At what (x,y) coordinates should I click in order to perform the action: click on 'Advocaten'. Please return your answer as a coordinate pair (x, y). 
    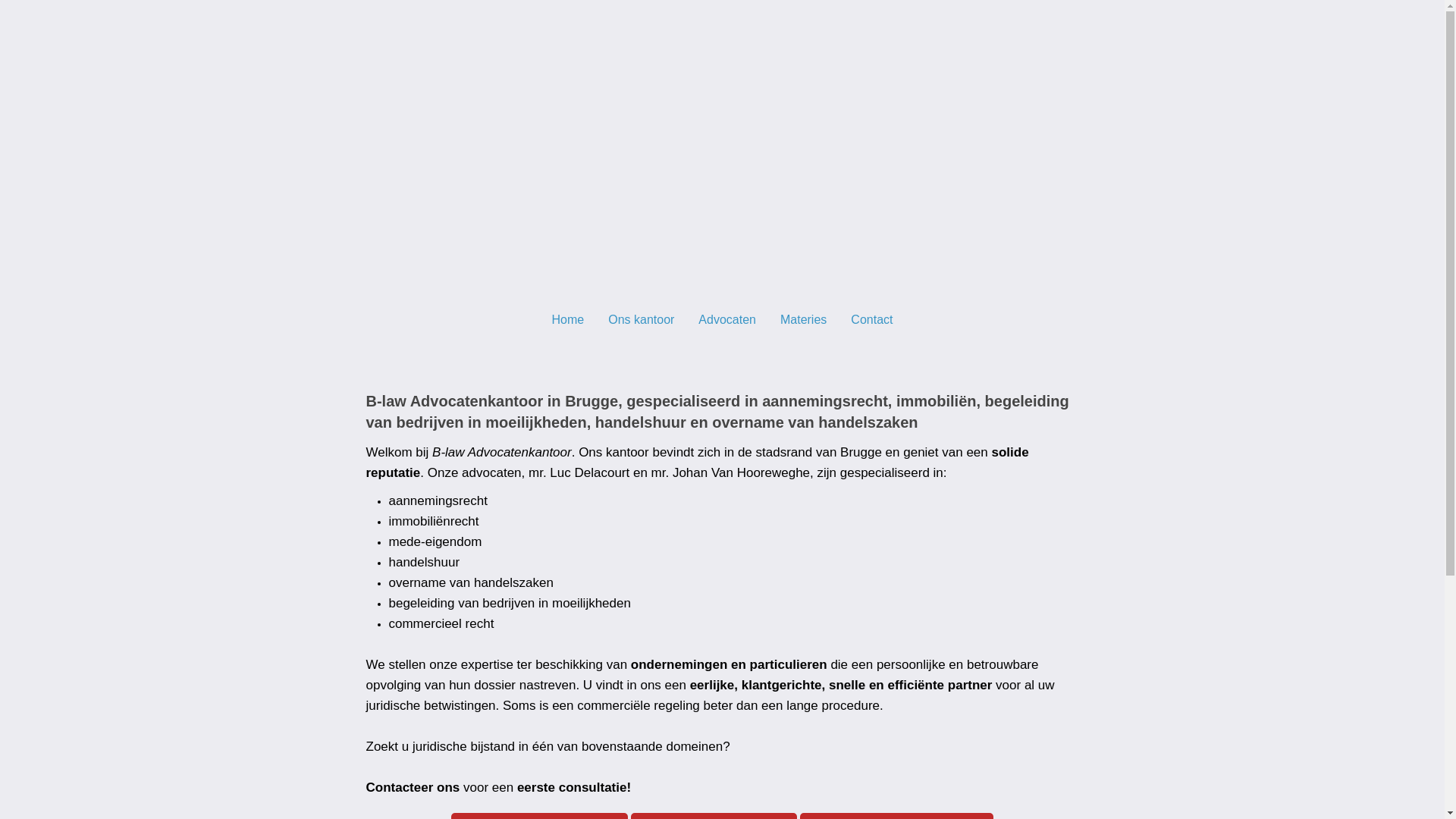
    Looking at the image, I should click on (726, 317).